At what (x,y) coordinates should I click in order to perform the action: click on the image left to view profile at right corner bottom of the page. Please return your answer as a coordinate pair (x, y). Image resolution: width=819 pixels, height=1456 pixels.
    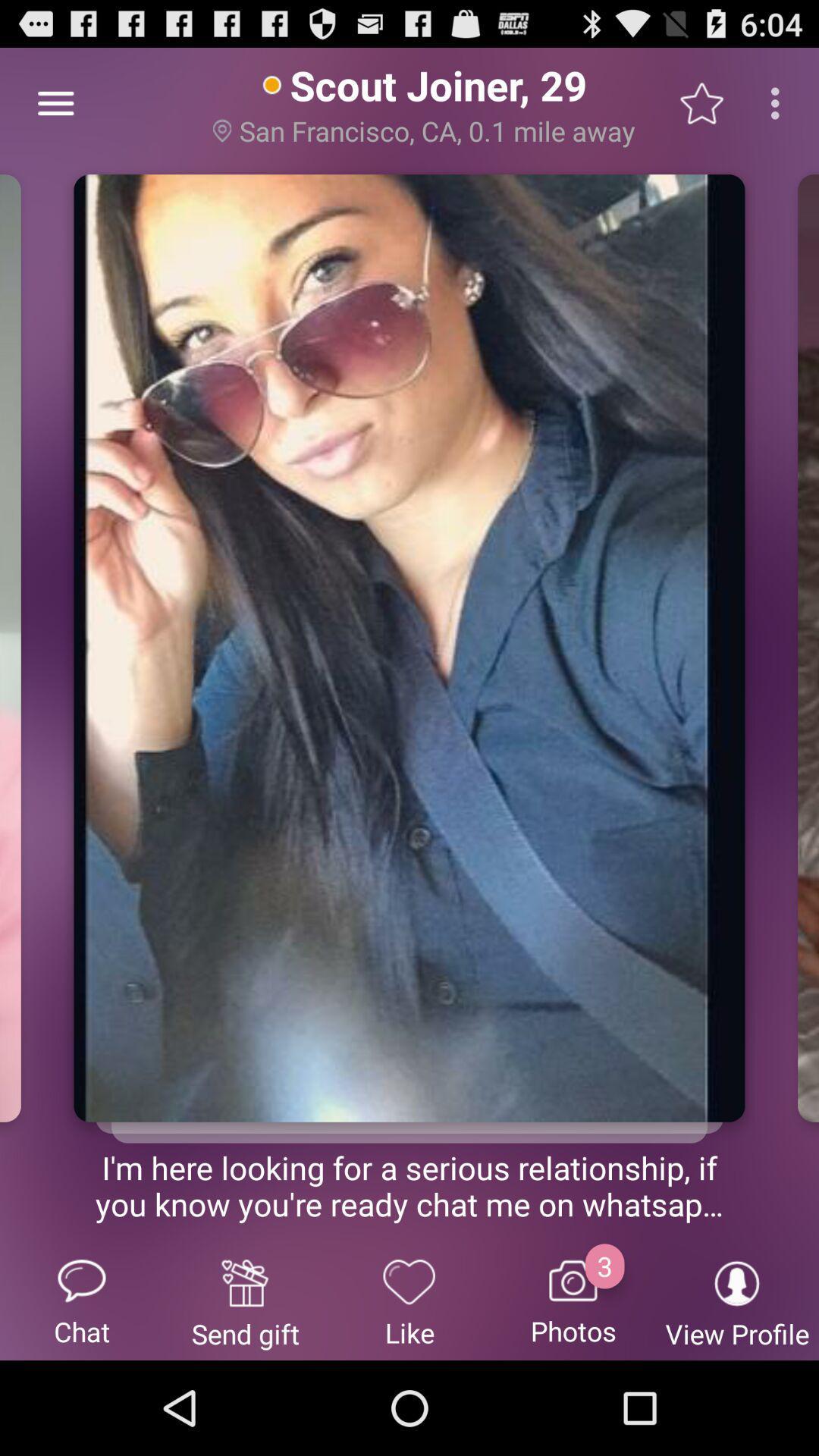
    Looking at the image, I should click on (573, 1301).